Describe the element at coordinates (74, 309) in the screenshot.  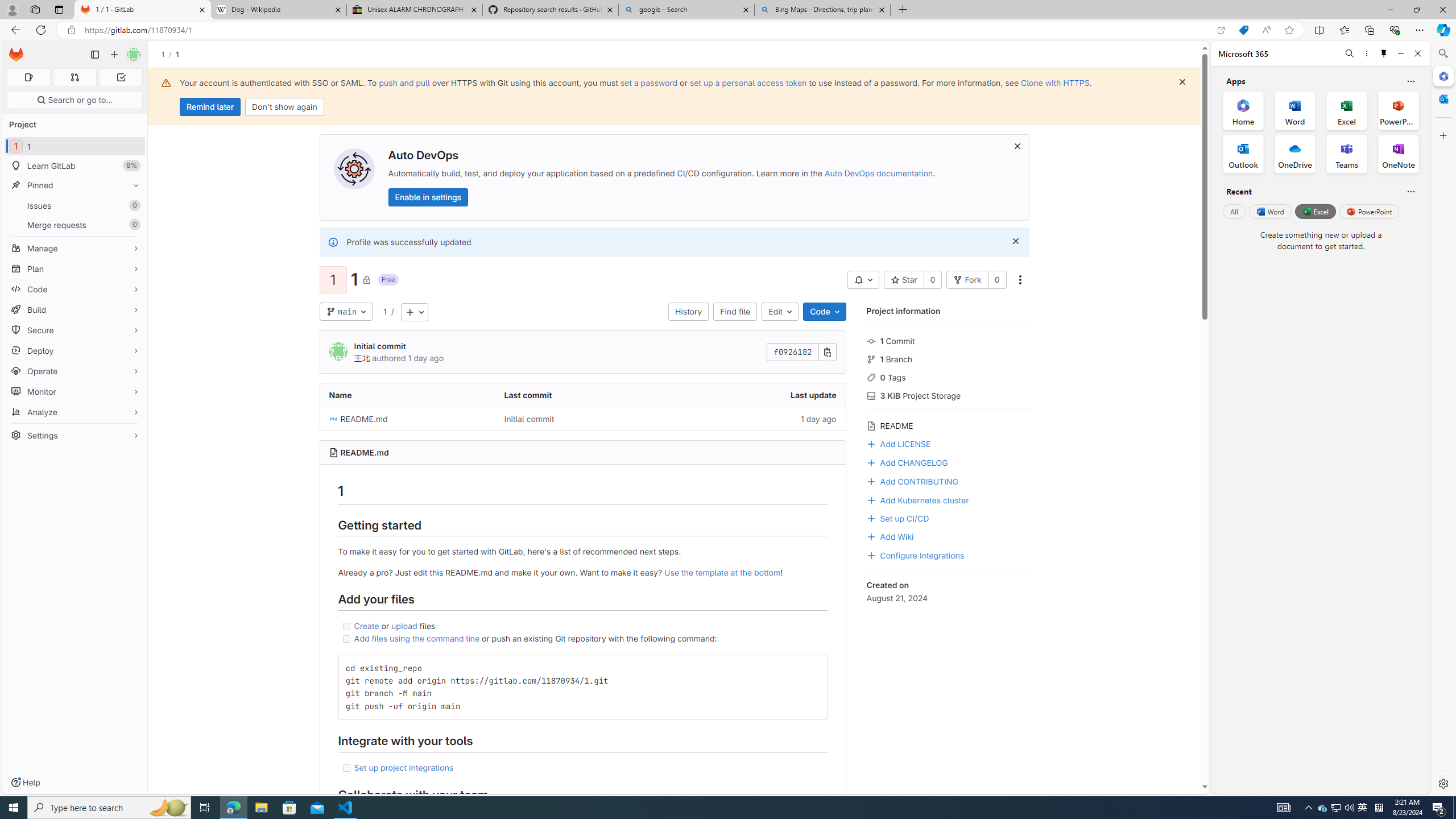
I see `'Build'` at that location.